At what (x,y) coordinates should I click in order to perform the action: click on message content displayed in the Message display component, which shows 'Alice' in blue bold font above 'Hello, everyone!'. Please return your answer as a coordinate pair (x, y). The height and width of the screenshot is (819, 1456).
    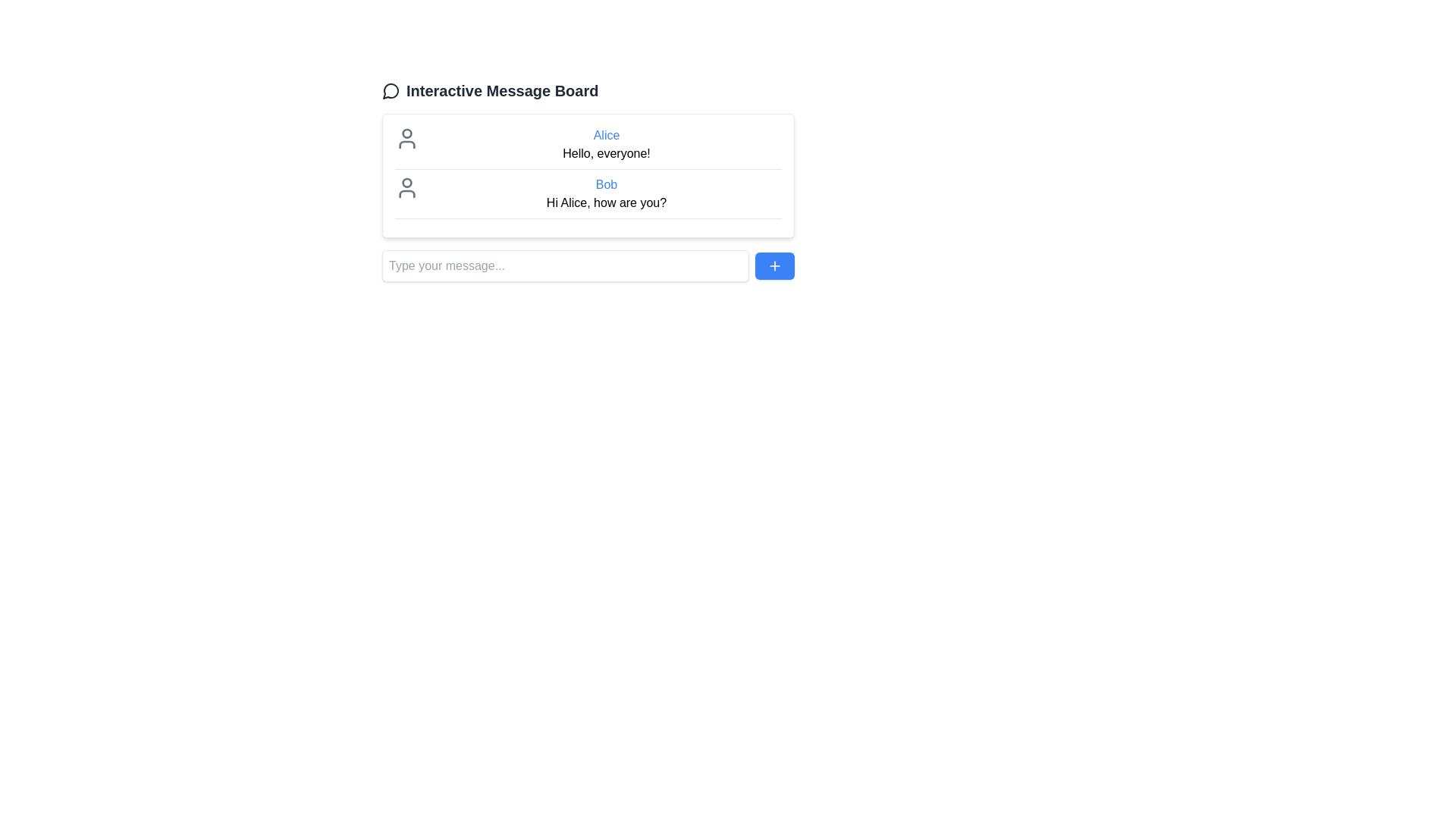
    Looking at the image, I should click on (607, 145).